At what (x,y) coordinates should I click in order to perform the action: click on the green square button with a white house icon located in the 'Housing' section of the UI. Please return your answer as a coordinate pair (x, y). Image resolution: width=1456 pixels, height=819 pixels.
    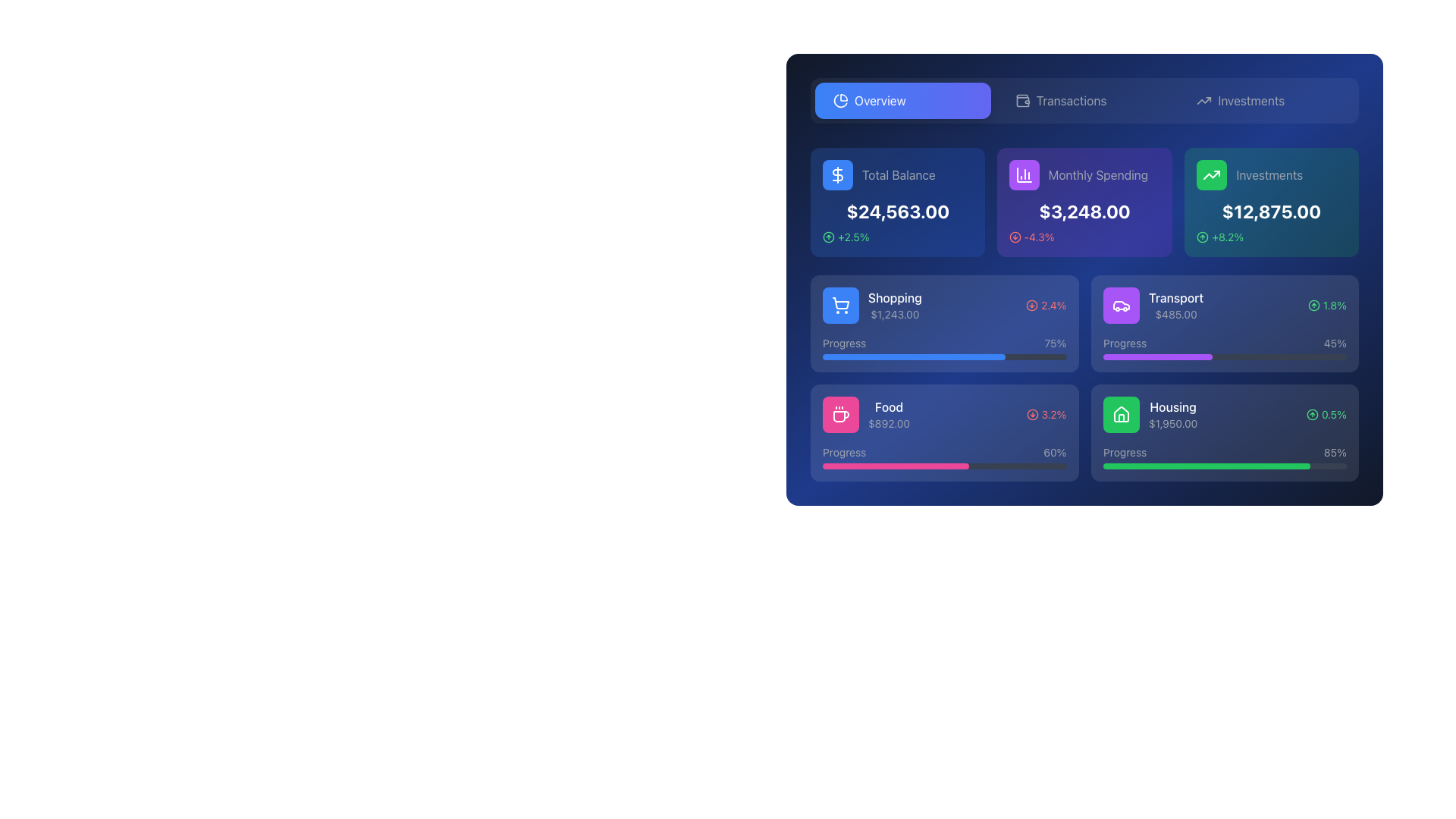
    Looking at the image, I should click on (1121, 415).